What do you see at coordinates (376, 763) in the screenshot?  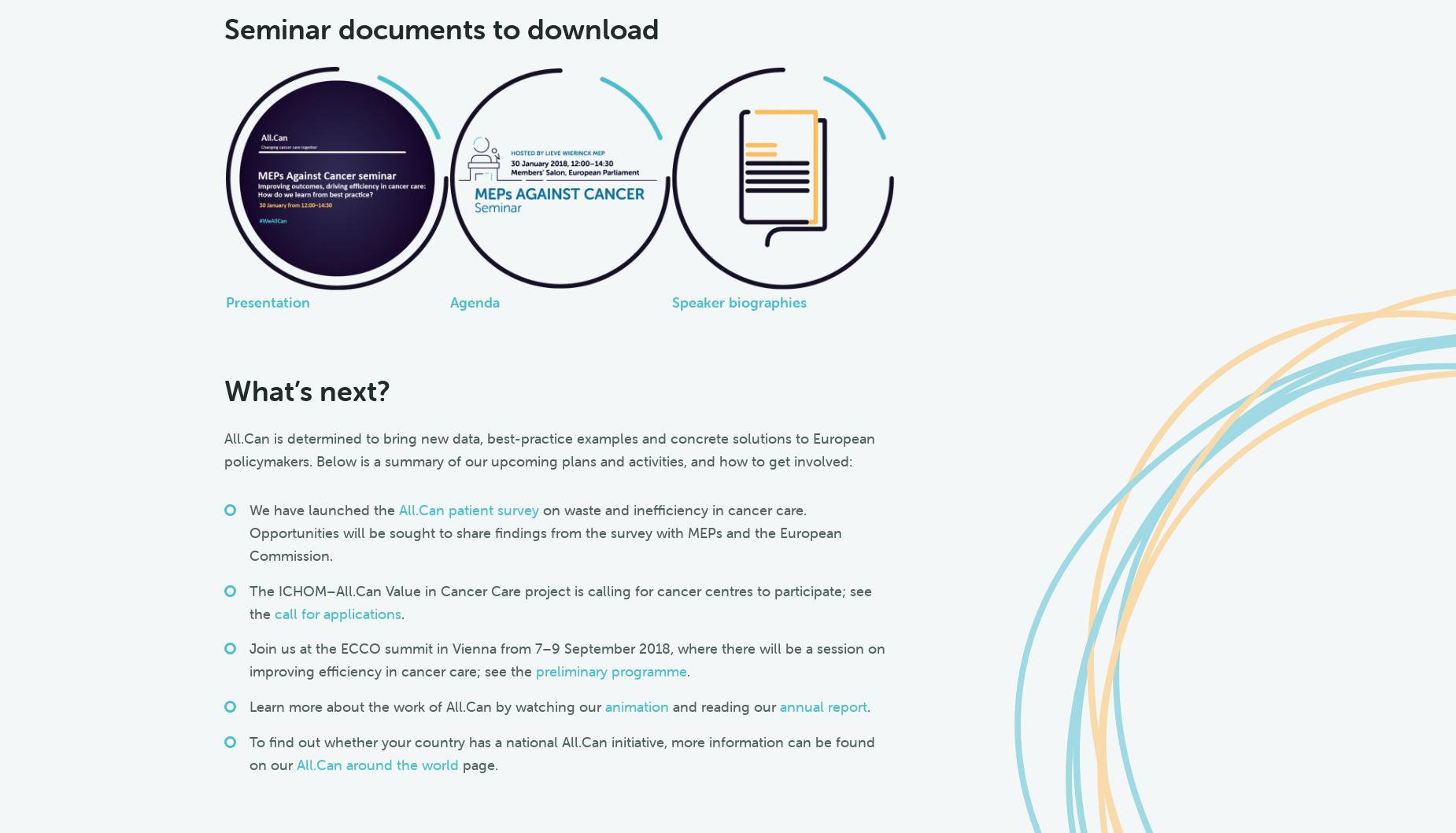 I see `'All.Can around the world'` at bounding box center [376, 763].